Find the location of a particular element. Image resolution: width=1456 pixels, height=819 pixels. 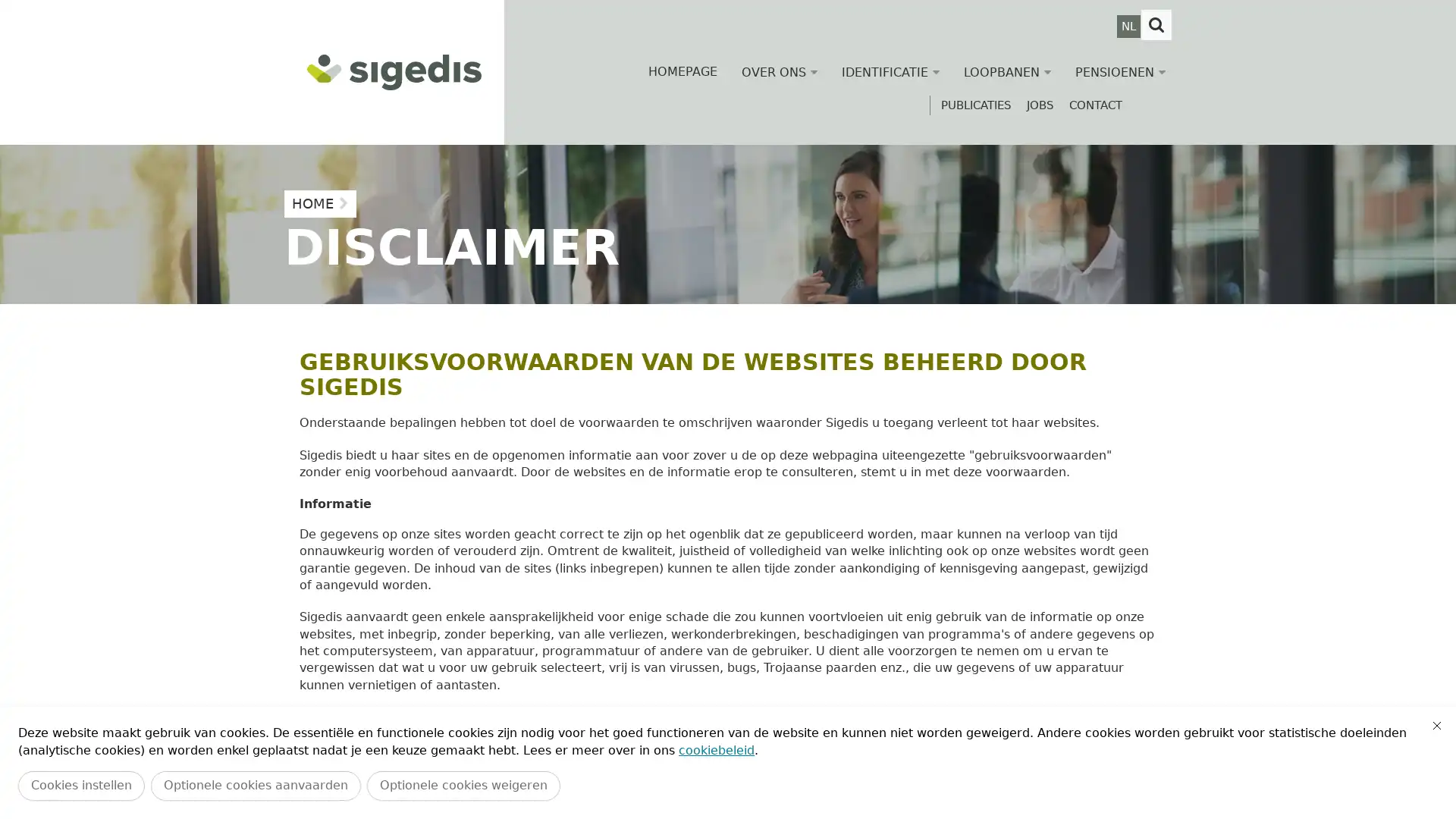

Sluiten is located at coordinates (1436, 724).